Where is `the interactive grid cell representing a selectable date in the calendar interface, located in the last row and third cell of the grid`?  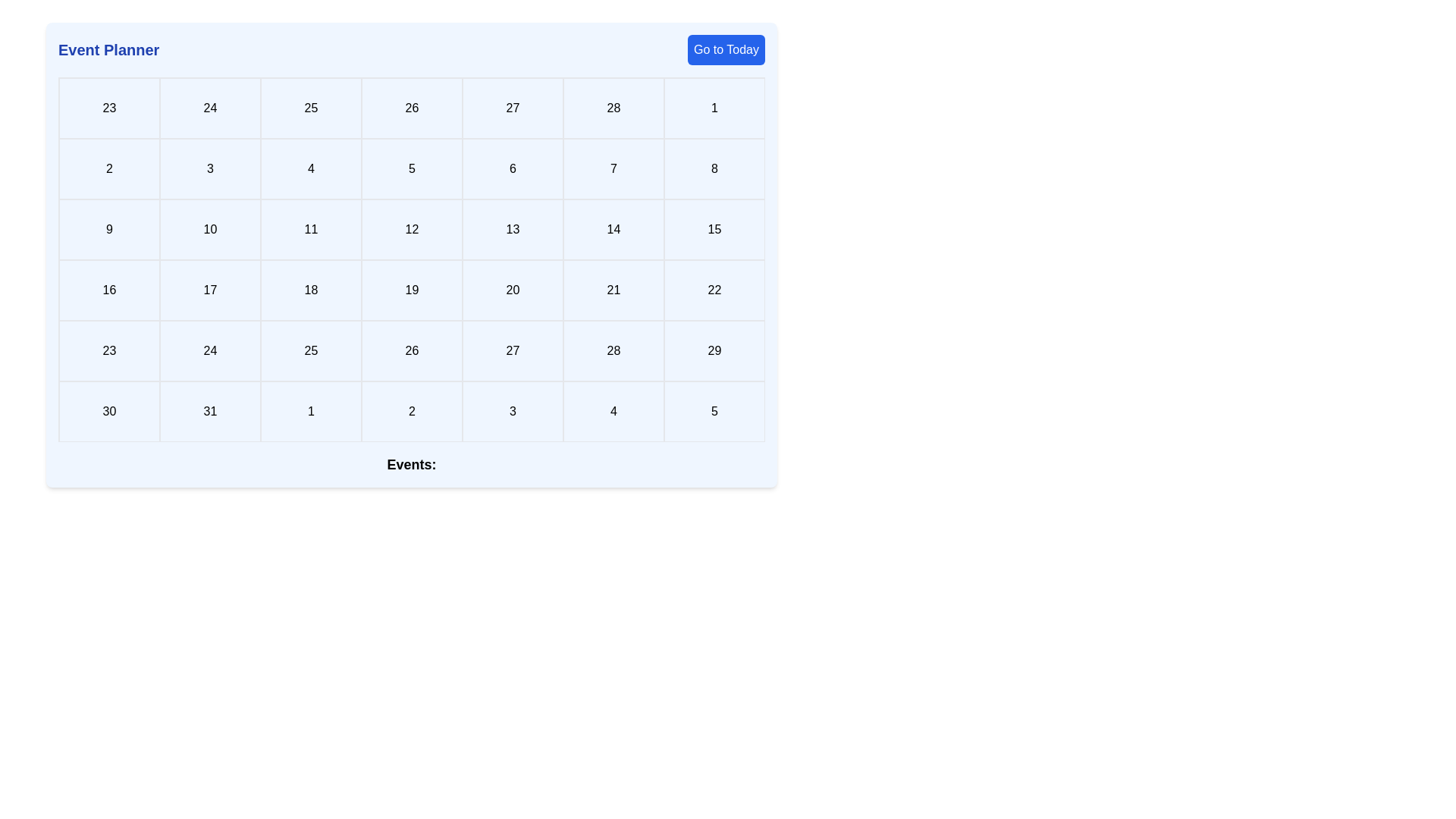
the interactive grid cell representing a selectable date in the calendar interface, located in the last row and third cell of the grid is located at coordinates (513, 412).